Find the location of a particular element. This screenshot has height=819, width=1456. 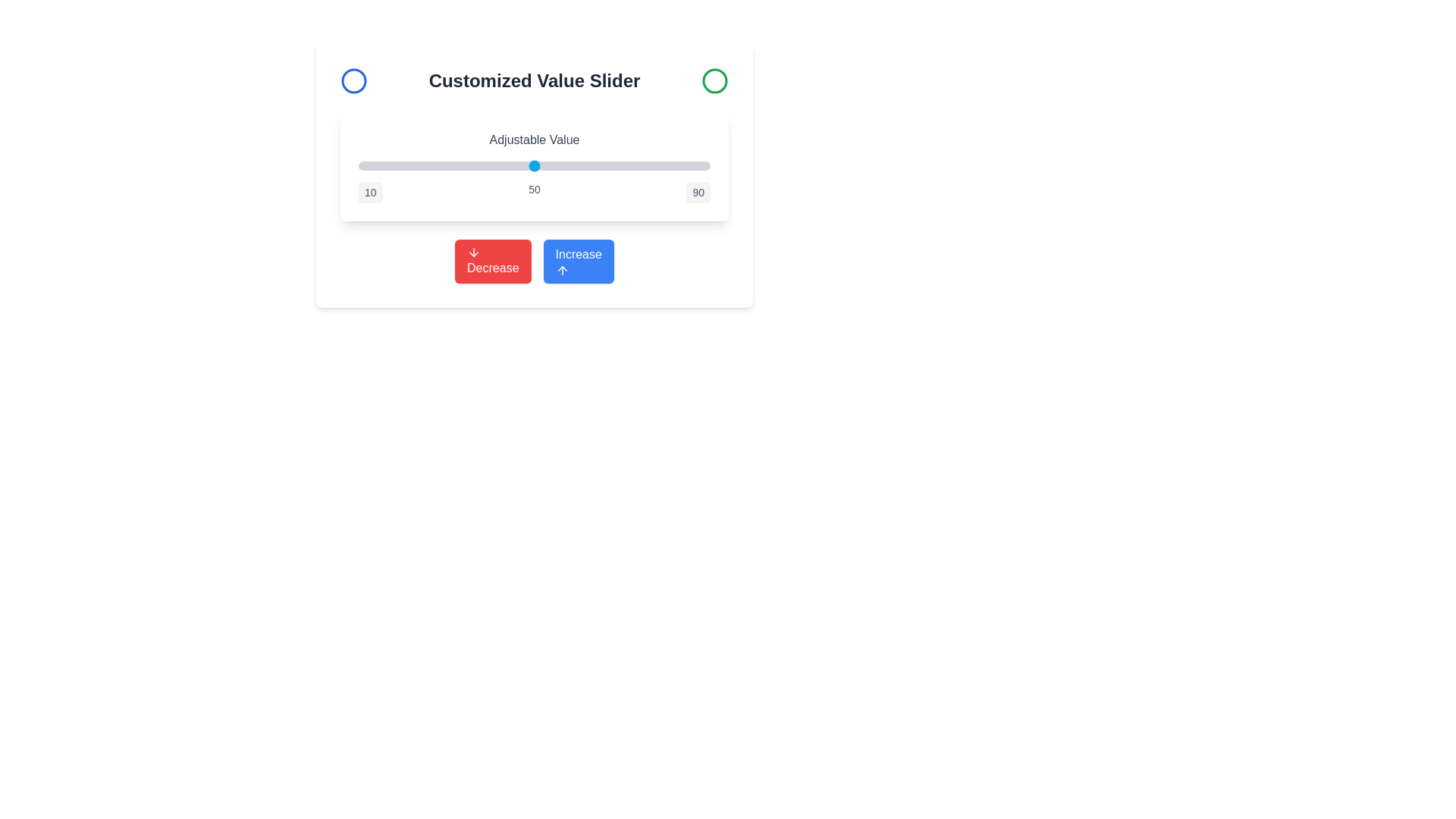

the slider value is located at coordinates (644, 166).